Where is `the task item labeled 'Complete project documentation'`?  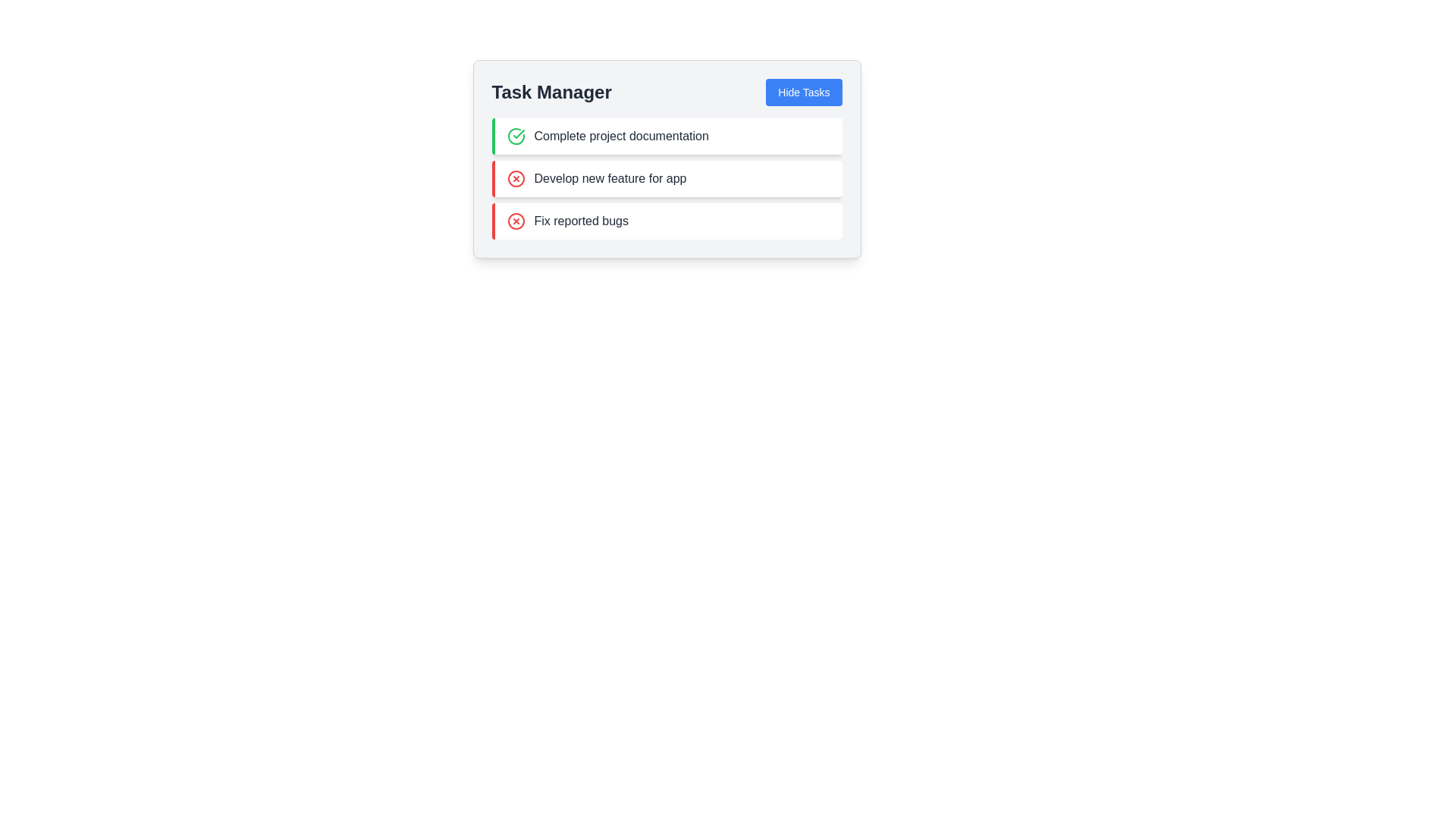
the task item labeled 'Complete project documentation' is located at coordinates (667, 136).